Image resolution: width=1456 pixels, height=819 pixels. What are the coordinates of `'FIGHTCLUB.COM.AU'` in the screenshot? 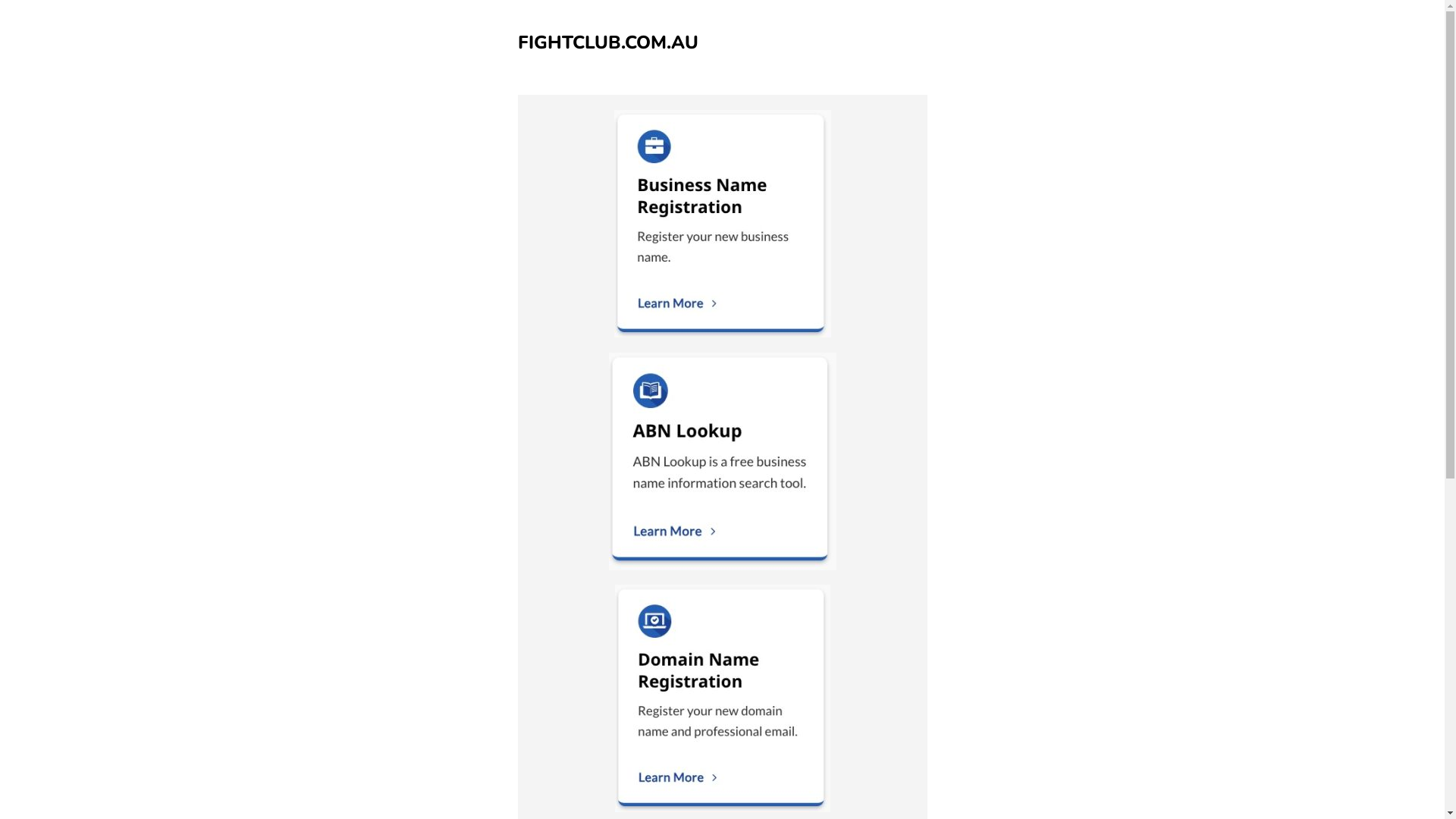 It's located at (607, 42).